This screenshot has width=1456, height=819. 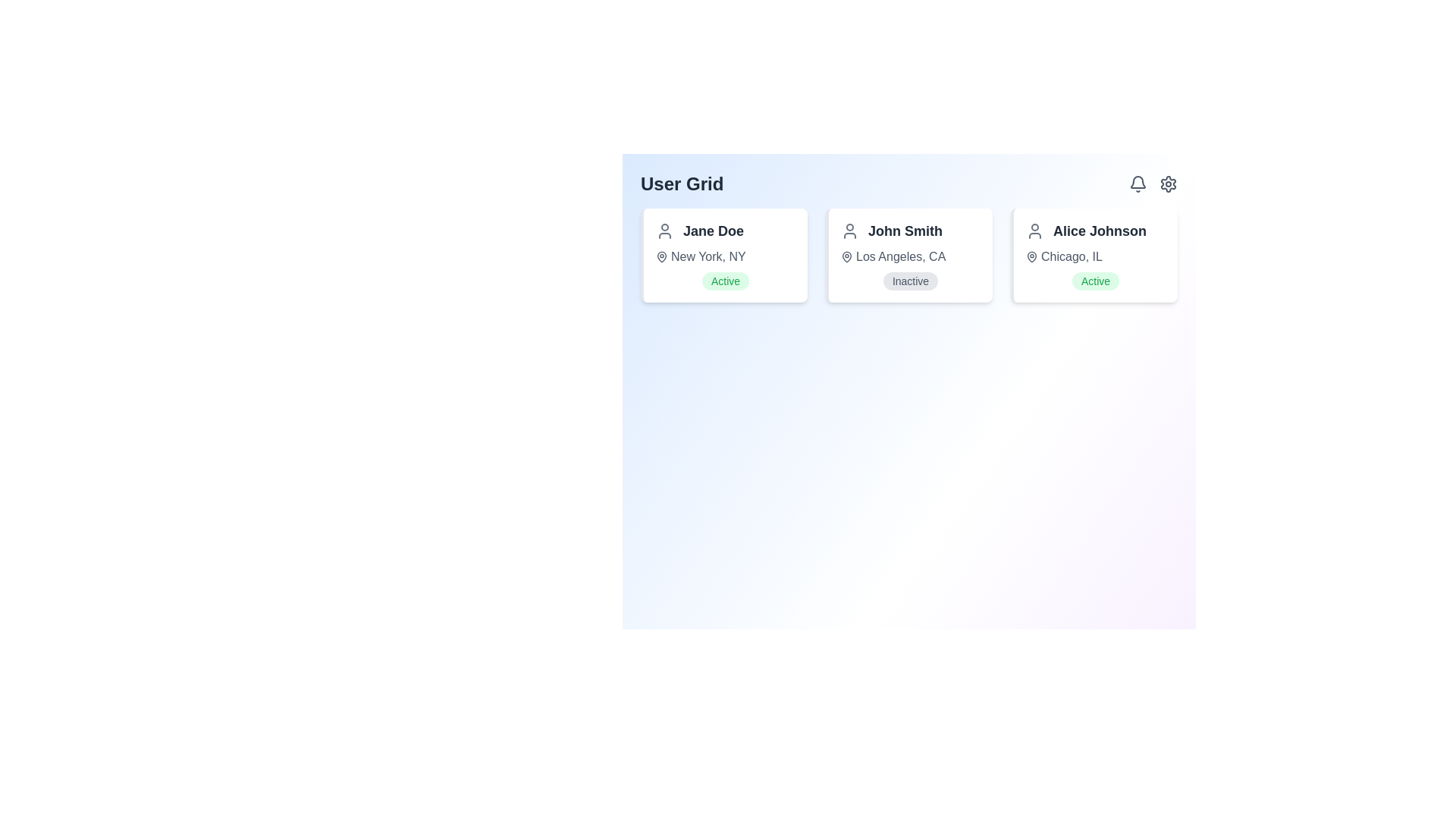 What do you see at coordinates (1167, 184) in the screenshot?
I see `the gear icon located in the top-right corner of the interface, adjacent to the bell icon` at bounding box center [1167, 184].